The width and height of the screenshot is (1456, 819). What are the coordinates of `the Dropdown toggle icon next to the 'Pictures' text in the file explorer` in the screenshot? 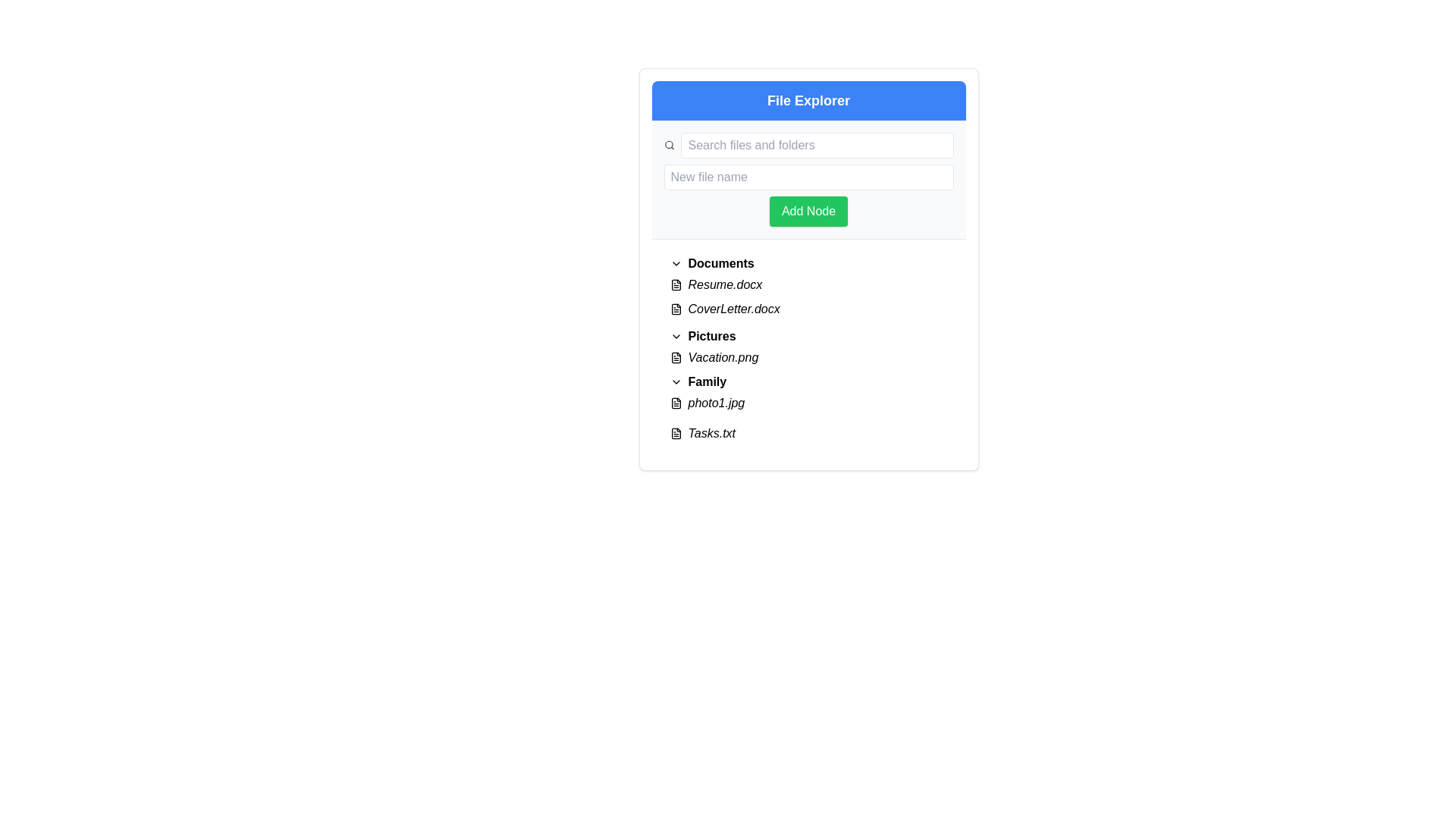 It's located at (675, 335).